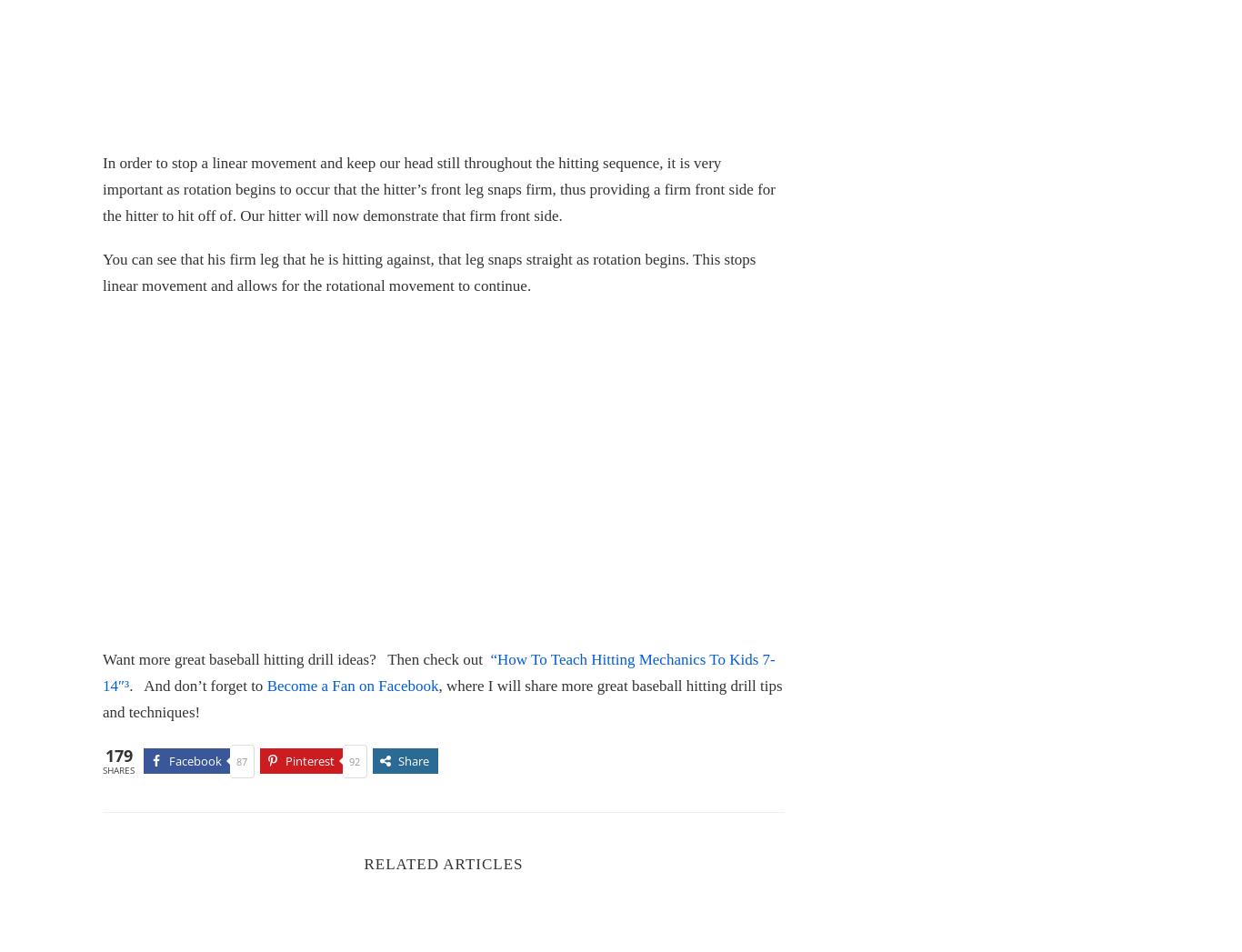  Describe the element at coordinates (438, 187) in the screenshot. I see `'In order to stop a linear movement and keep our head still throughout the hitting sequence, it is very important as rotation begins to occur that the hitter’s front leg snaps firm, thus providing a firm front side for the hitter to hit off of. Our hitter will now demonstrate that firm front side.'` at that location.